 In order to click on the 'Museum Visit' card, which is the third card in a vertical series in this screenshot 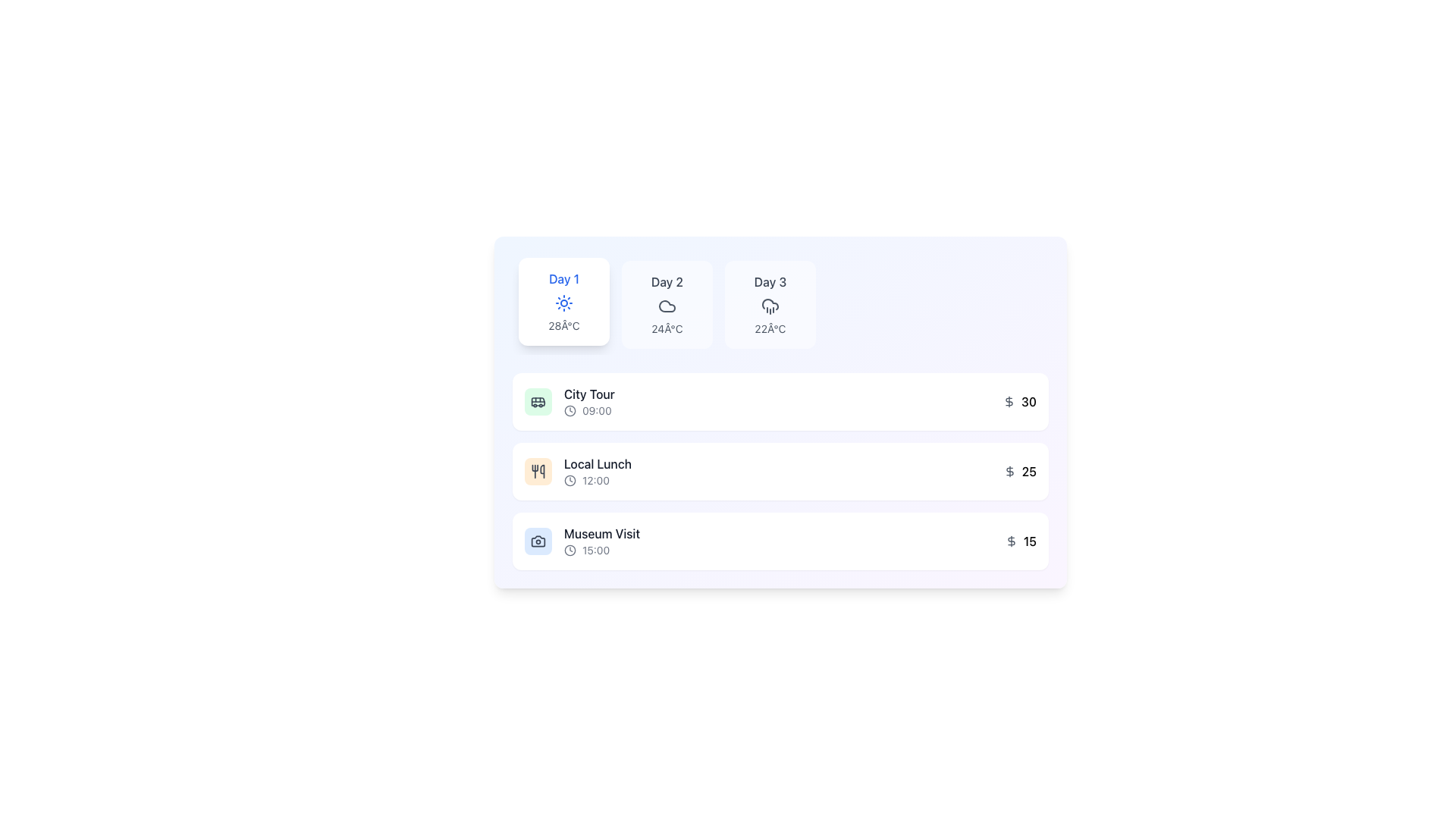, I will do `click(780, 540)`.